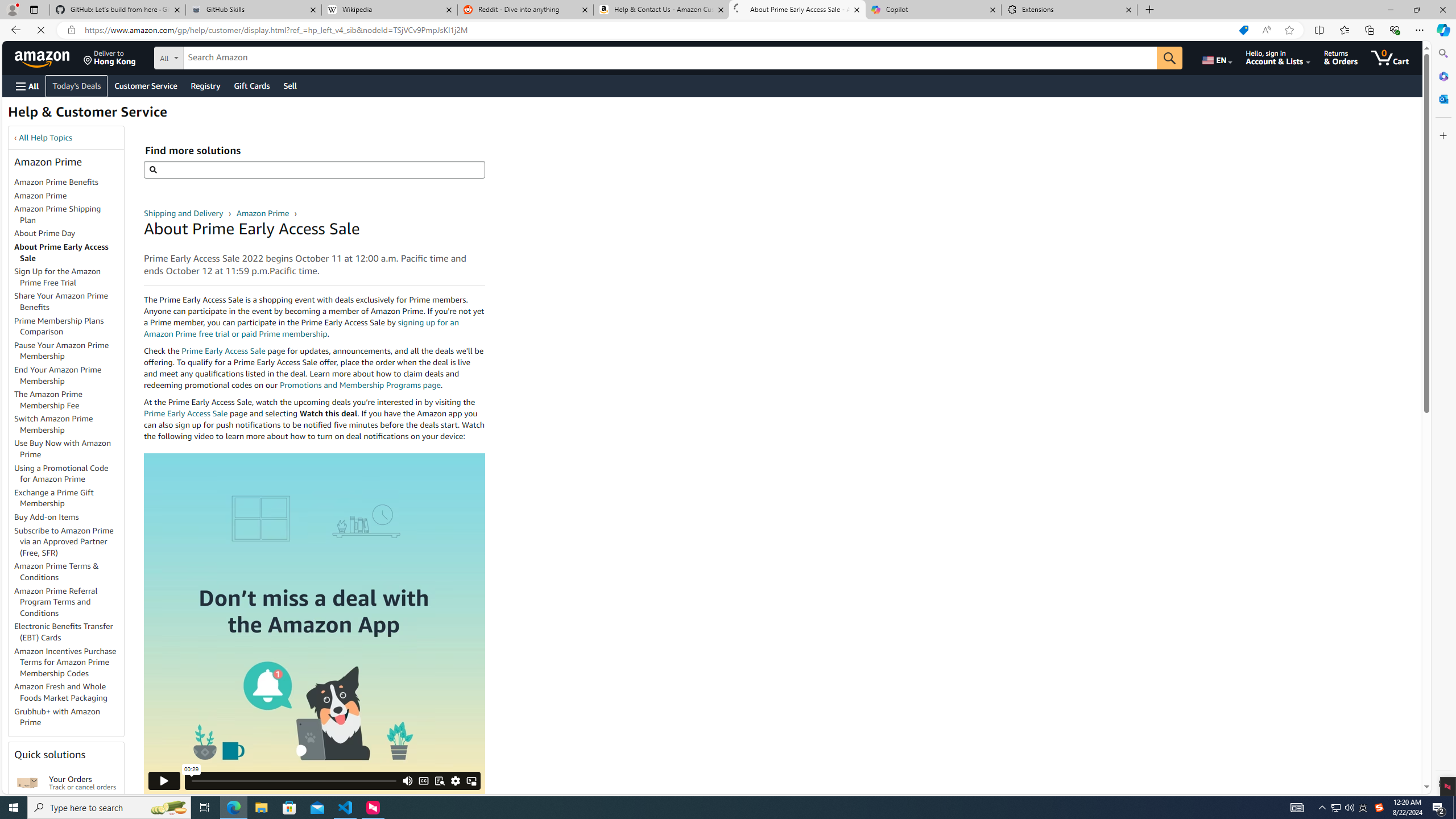 The width and height of the screenshot is (1456, 819). Describe the element at coordinates (43, 57) in the screenshot. I see `'Amazon'` at that location.